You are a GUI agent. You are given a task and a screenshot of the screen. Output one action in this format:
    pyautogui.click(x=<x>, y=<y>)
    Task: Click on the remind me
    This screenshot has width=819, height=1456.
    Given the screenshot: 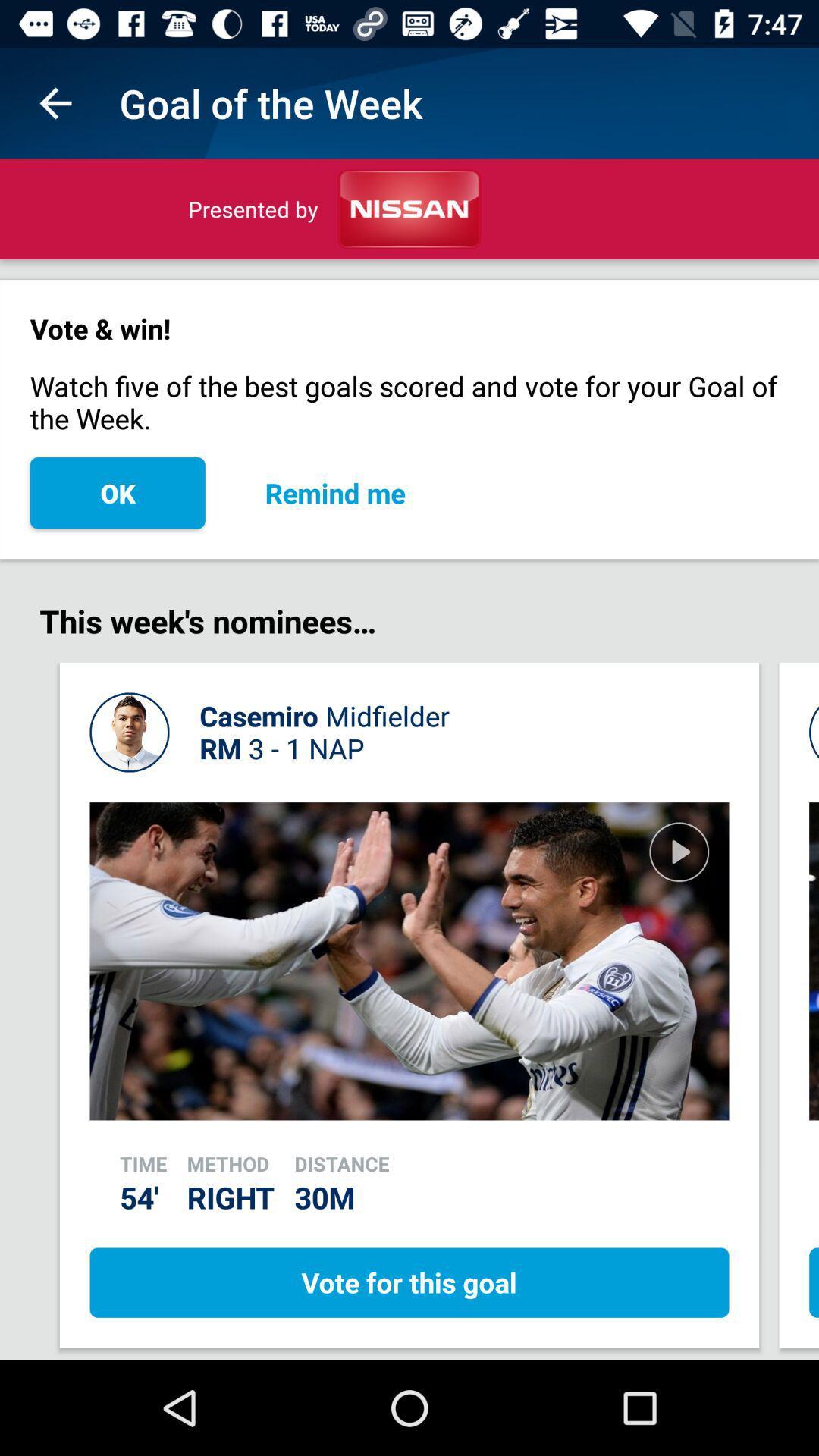 What is the action you would take?
    pyautogui.click(x=334, y=493)
    